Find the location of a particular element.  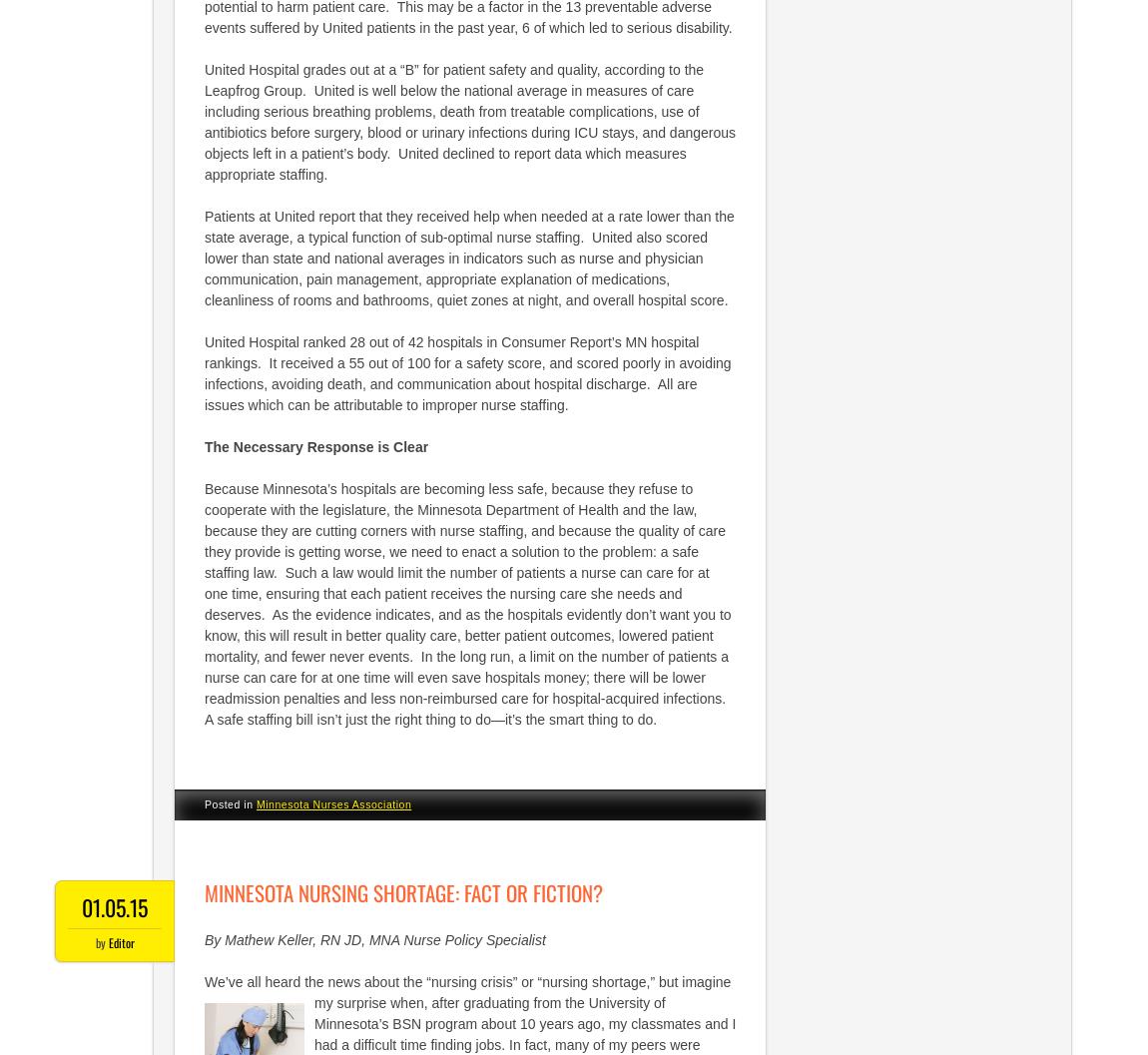

'Patients at United report that they received help when needed at a rate lower than the state average, a typical function of sub-optimal nurse staffing.  United also scored lower than state and national averages in indicators such as nurse and physician communication, pain management, appropriate explanation of medications, cleanliness of rooms and bathrooms, quiet zones at night, and overall hospital score.' is located at coordinates (469, 257).